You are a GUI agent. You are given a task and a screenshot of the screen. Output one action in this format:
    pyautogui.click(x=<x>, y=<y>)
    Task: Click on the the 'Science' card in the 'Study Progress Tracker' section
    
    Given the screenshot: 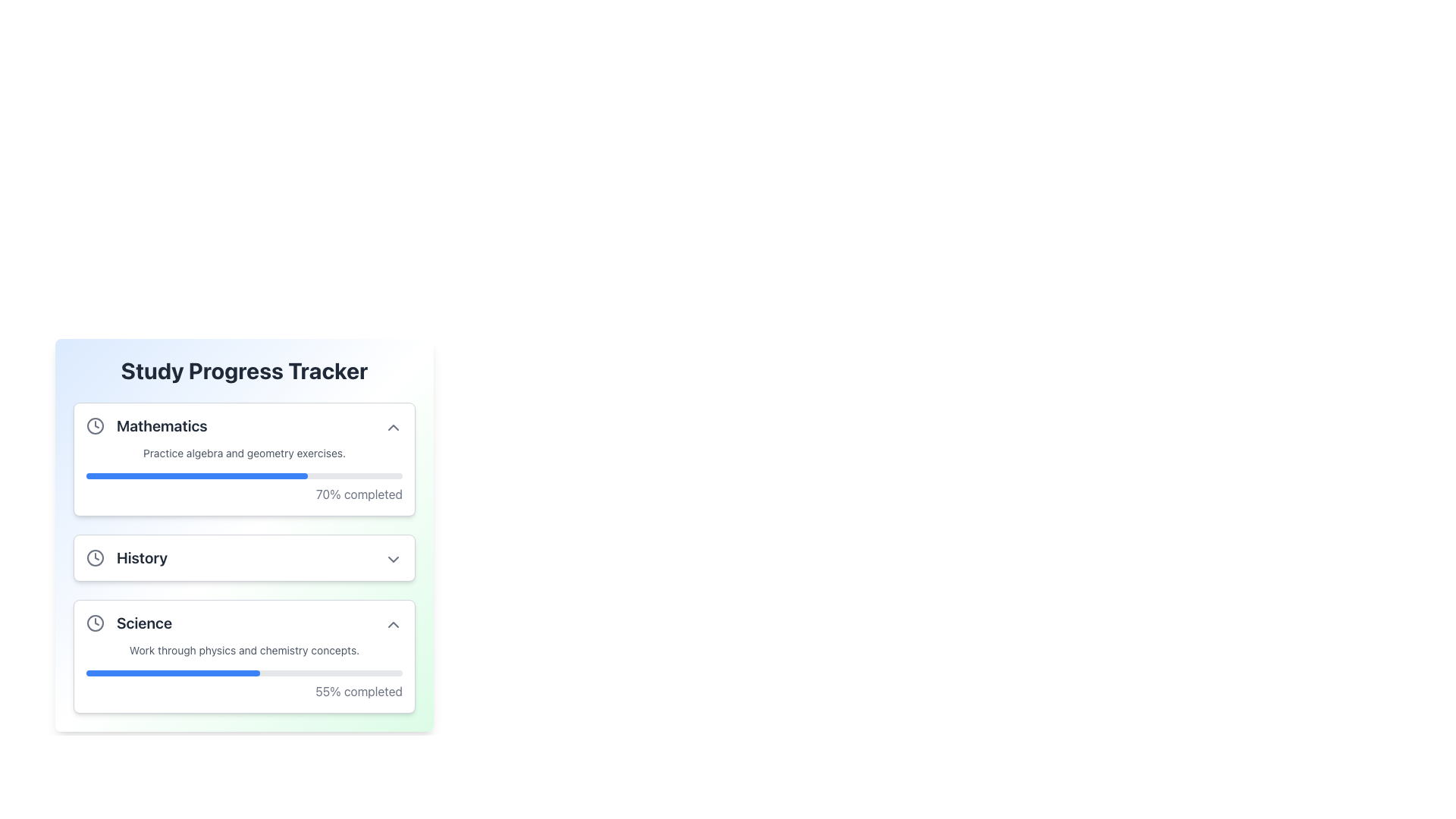 What is the action you would take?
    pyautogui.click(x=244, y=656)
    